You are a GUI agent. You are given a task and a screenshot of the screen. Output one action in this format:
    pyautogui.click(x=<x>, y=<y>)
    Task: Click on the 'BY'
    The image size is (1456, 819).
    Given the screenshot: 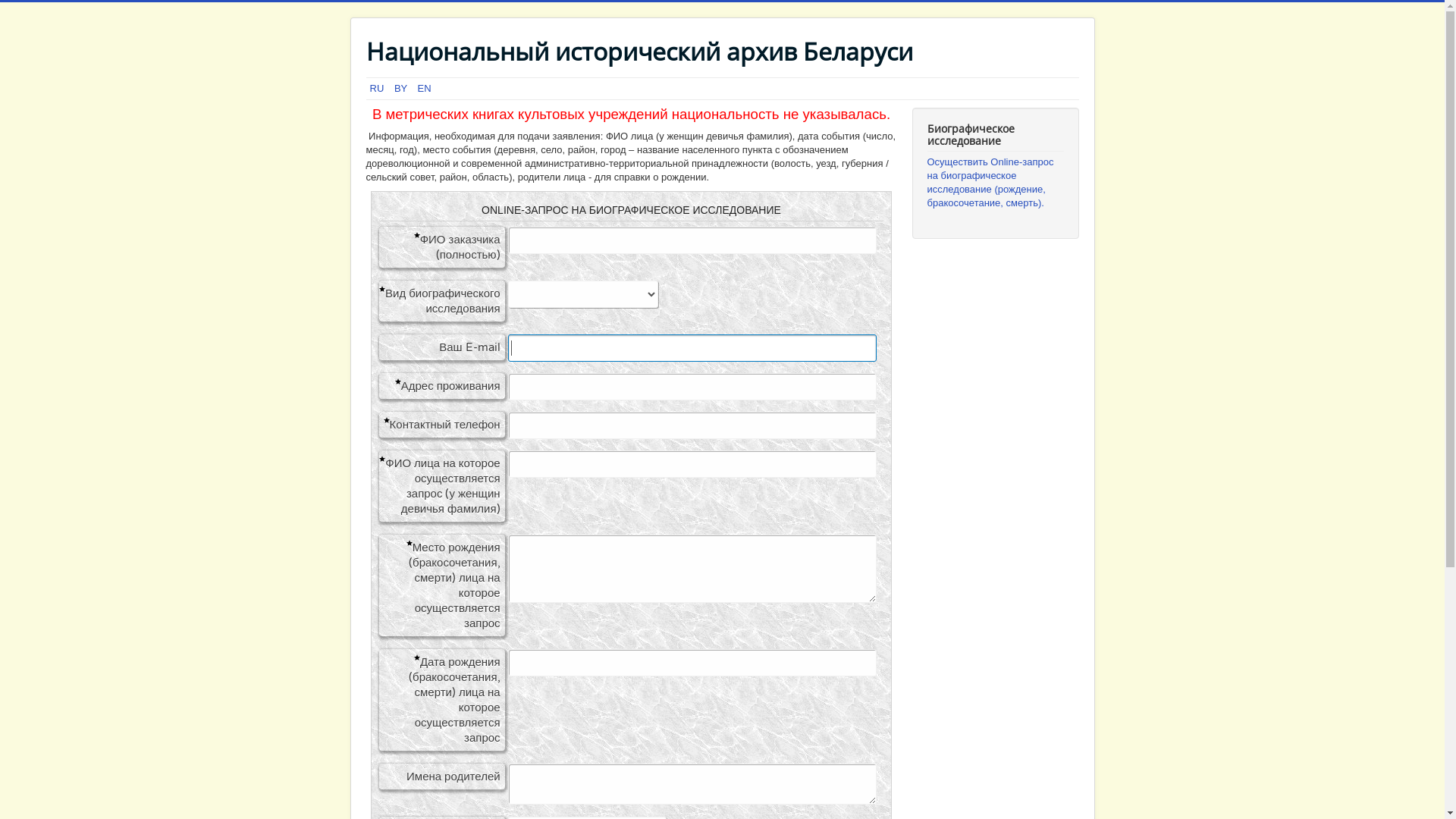 What is the action you would take?
    pyautogui.click(x=402, y=88)
    